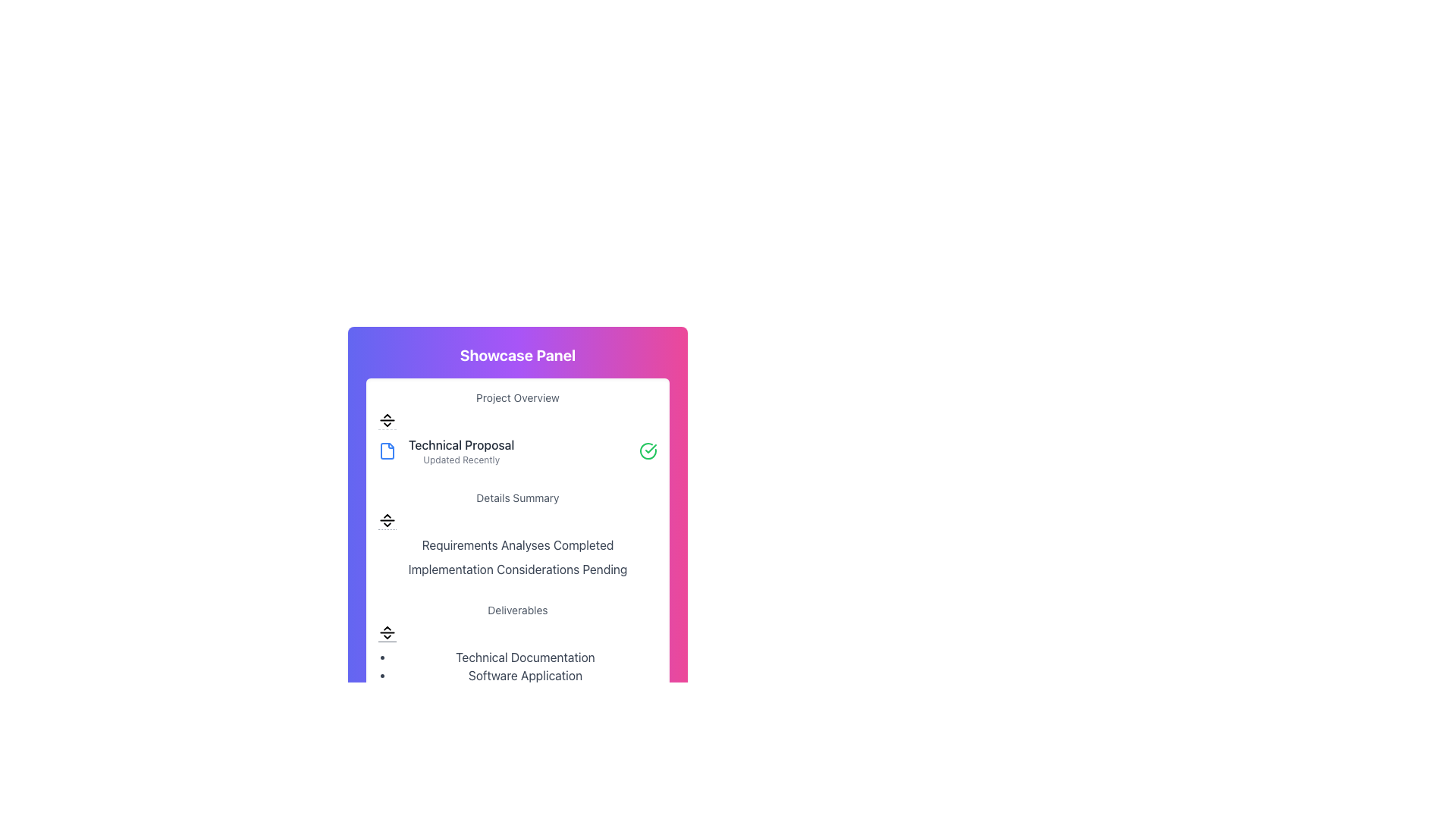  I want to click on text displayed in the summary section that indicates the progress or state of certain tasks, located between the 'Technical Proposal' and 'Deliverables' groups, so click(517, 534).